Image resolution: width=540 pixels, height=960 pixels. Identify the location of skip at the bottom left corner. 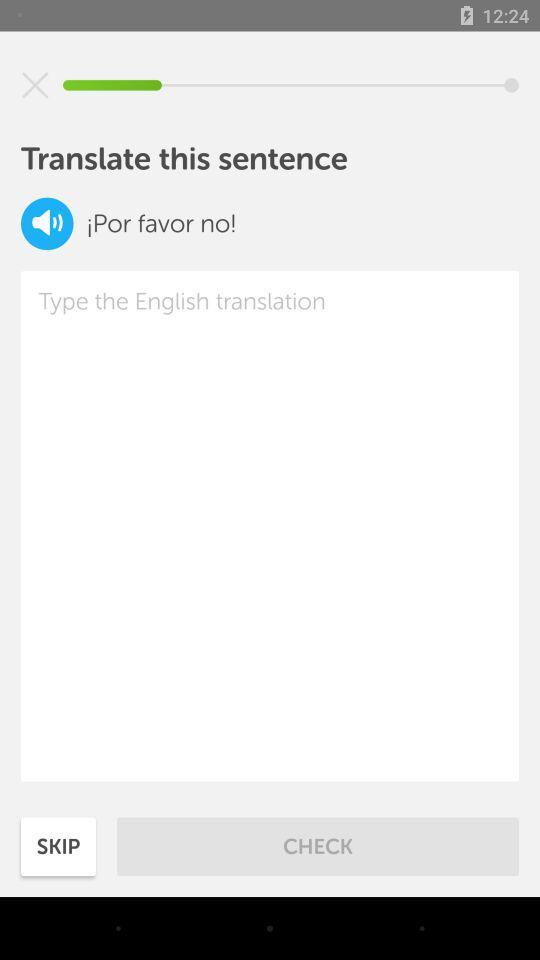
(58, 845).